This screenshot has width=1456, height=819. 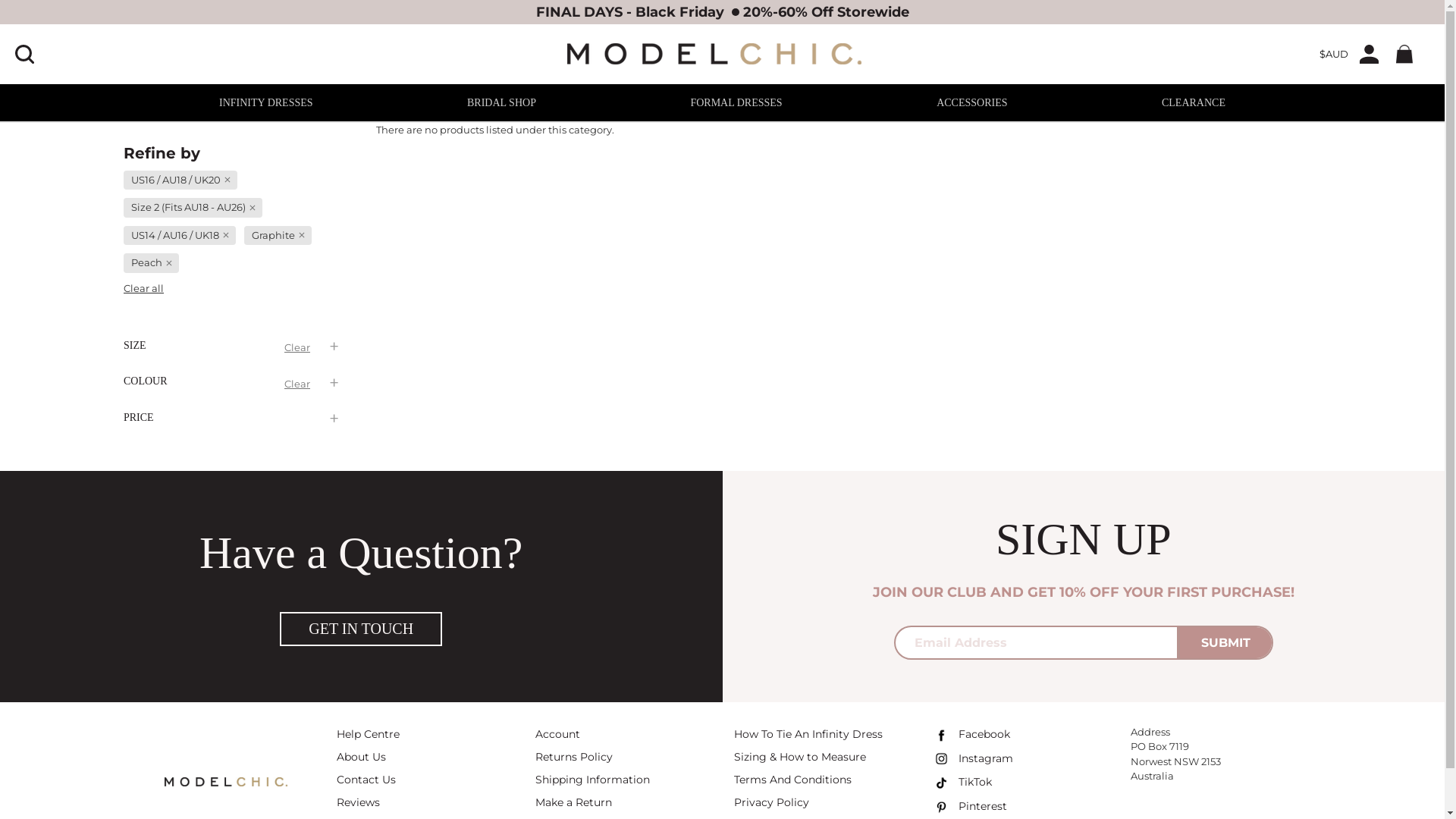 What do you see at coordinates (971, 736) in the screenshot?
I see `'Facebook'` at bounding box center [971, 736].